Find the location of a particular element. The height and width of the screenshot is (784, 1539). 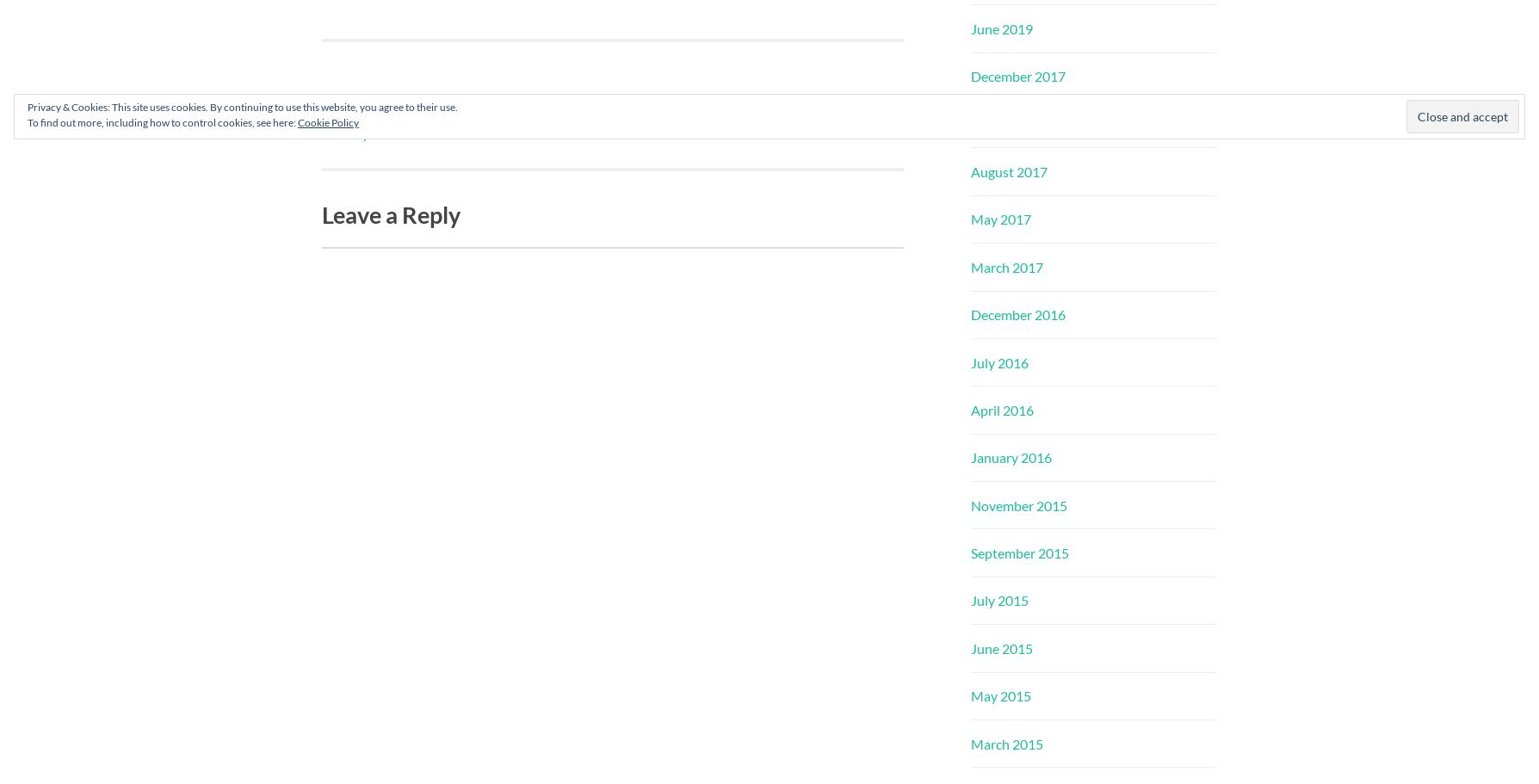

'July 2016' is located at coordinates (998, 361).